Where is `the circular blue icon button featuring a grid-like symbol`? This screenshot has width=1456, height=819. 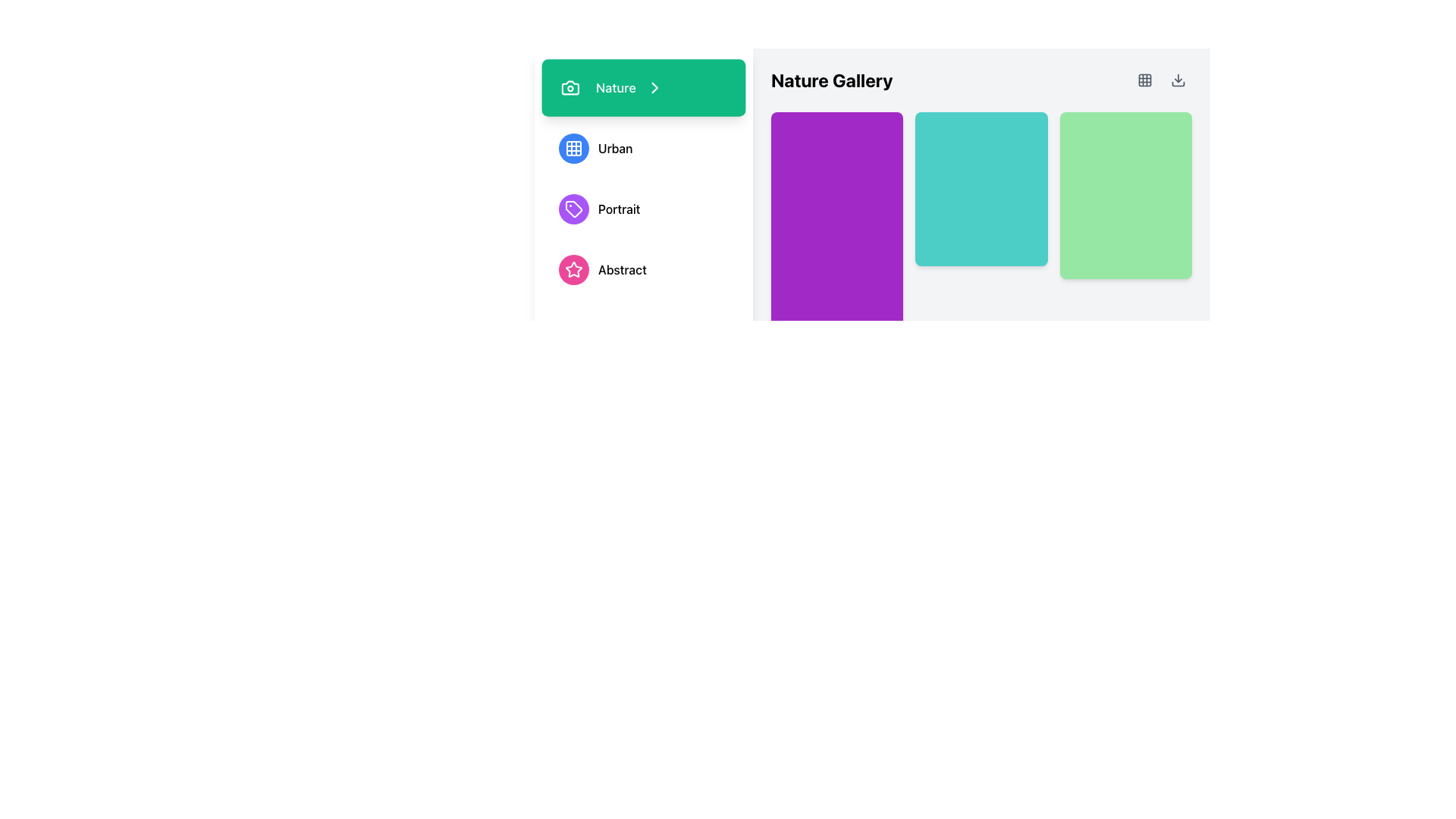
the circular blue icon button featuring a grid-like symbol is located at coordinates (573, 149).